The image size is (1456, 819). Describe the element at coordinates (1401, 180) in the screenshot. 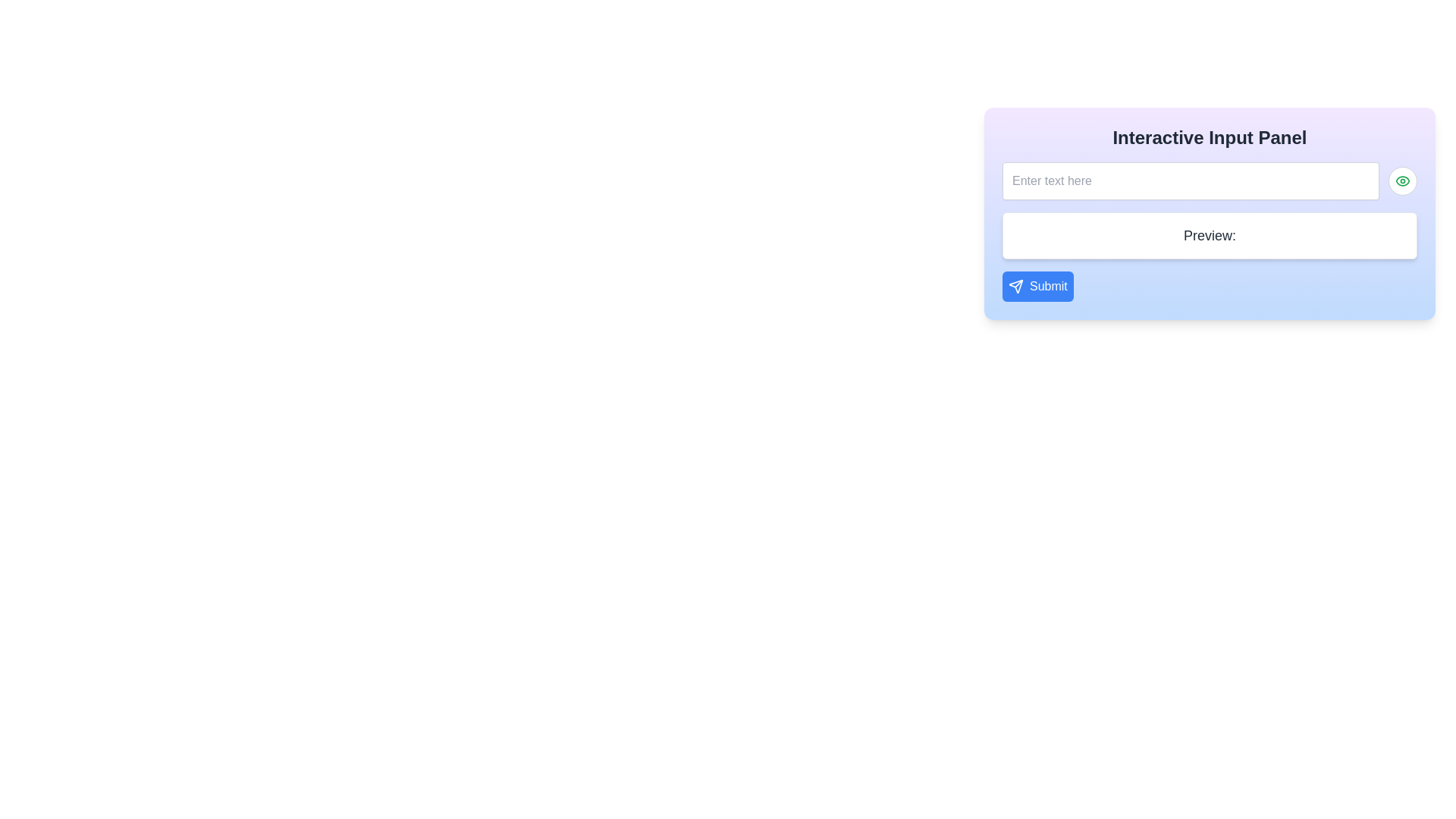

I see `the button that toggles the visibility of the entered text, which is positioned to the right of the text input field` at that location.